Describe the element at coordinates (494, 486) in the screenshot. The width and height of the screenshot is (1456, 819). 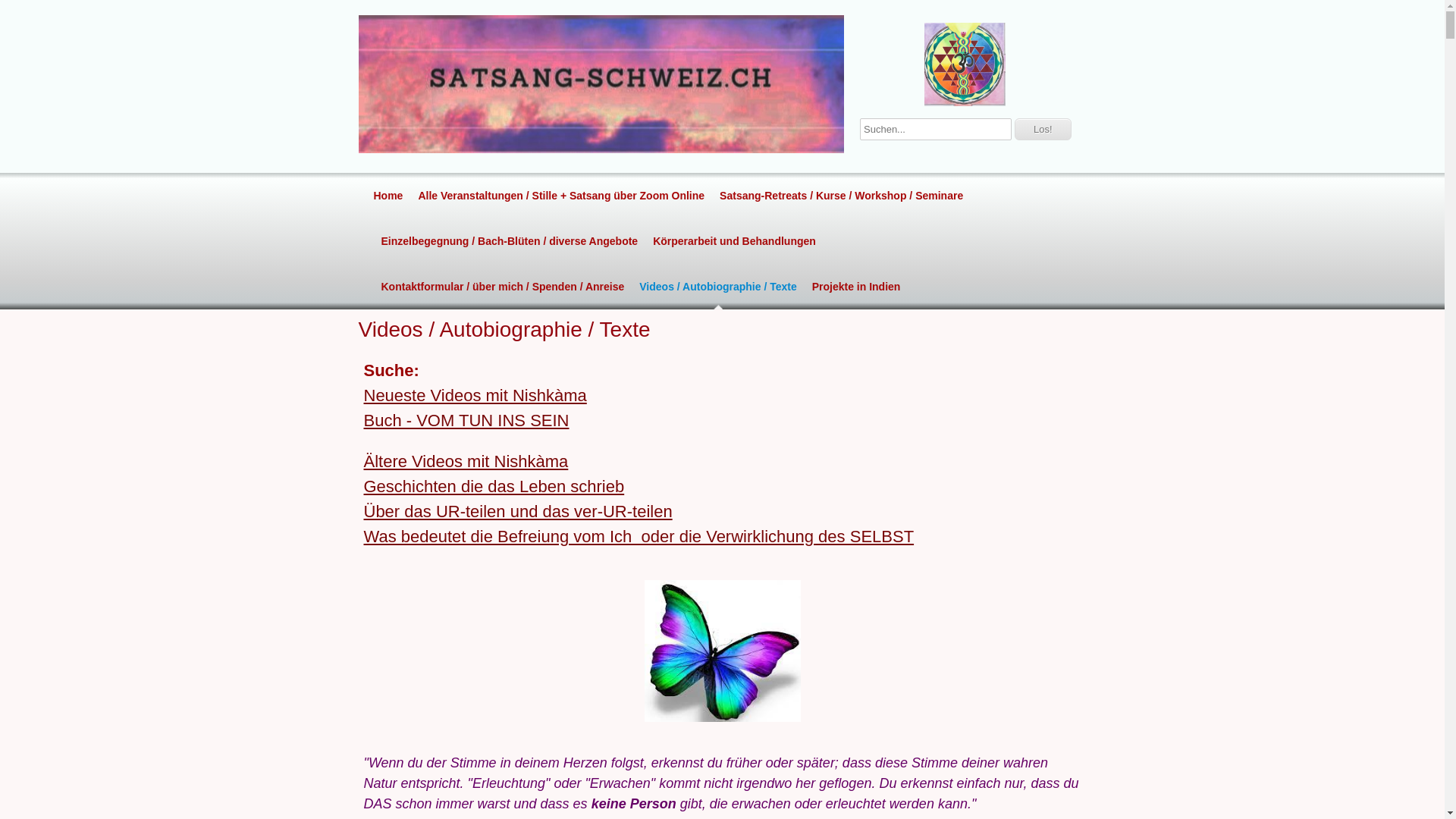
I see `'Geschichten die das Leben schrieb'` at that location.